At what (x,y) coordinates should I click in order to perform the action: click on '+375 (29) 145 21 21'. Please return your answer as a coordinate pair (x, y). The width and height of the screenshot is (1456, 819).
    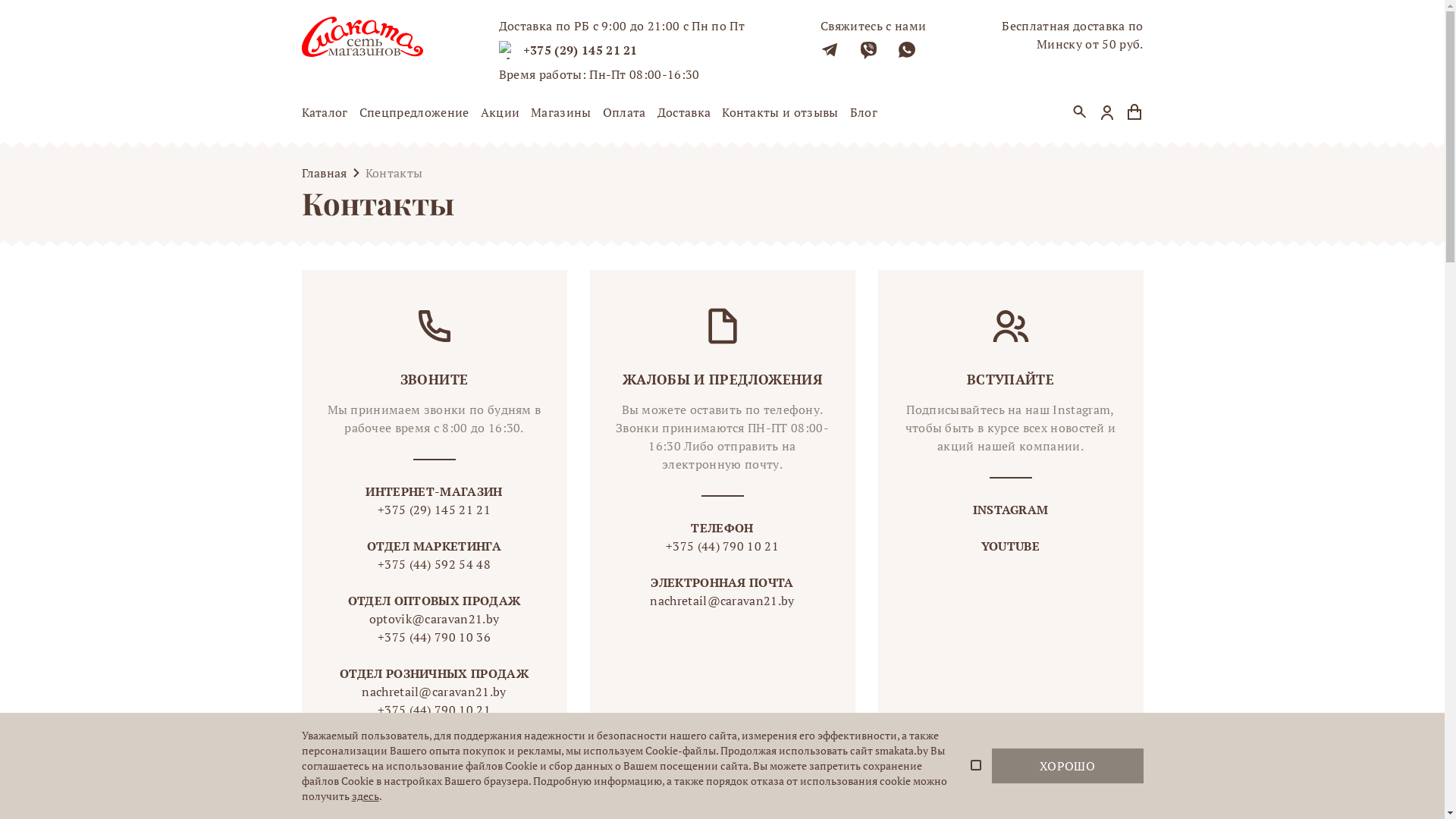
    Looking at the image, I should click on (433, 509).